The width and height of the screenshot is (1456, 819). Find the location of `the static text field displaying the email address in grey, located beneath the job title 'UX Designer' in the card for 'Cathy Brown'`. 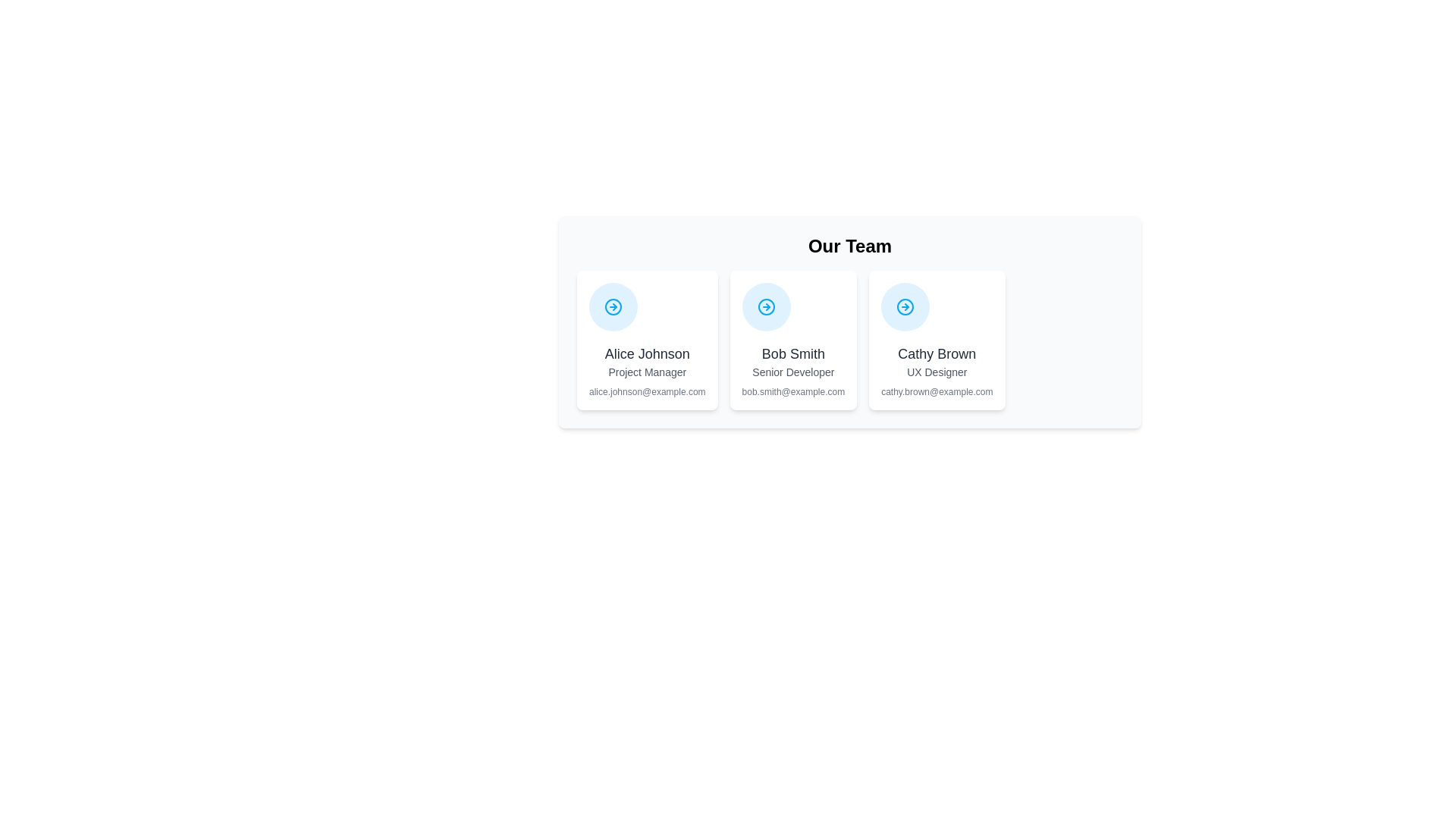

the static text field displaying the email address in grey, located beneath the job title 'UX Designer' in the card for 'Cathy Brown' is located at coordinates (936, 391).